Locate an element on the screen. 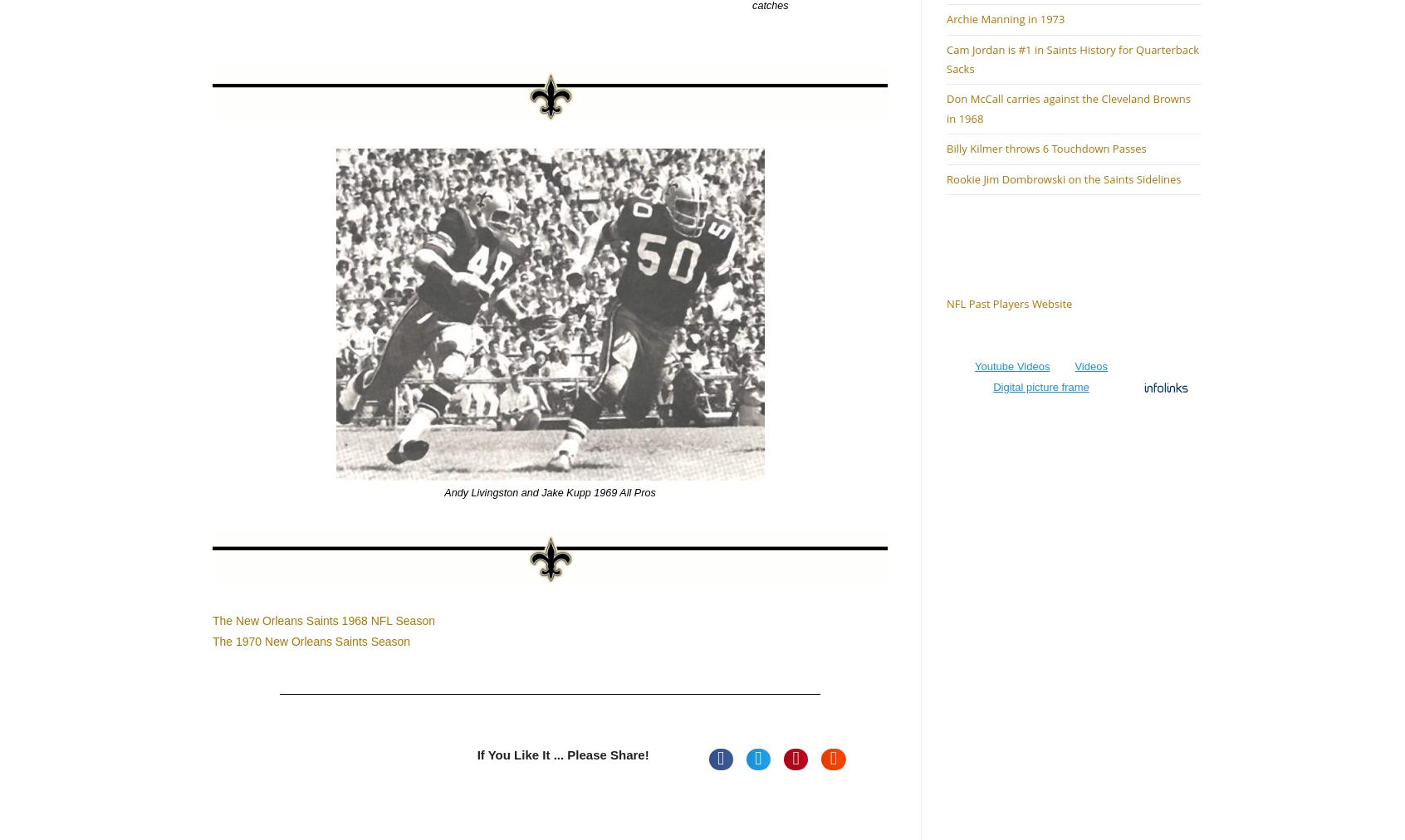 The height and width of the screenshot is (840, 1405). 'The New Orleans Saints 1968 NFL Season' is located at coordinates (323, 620).